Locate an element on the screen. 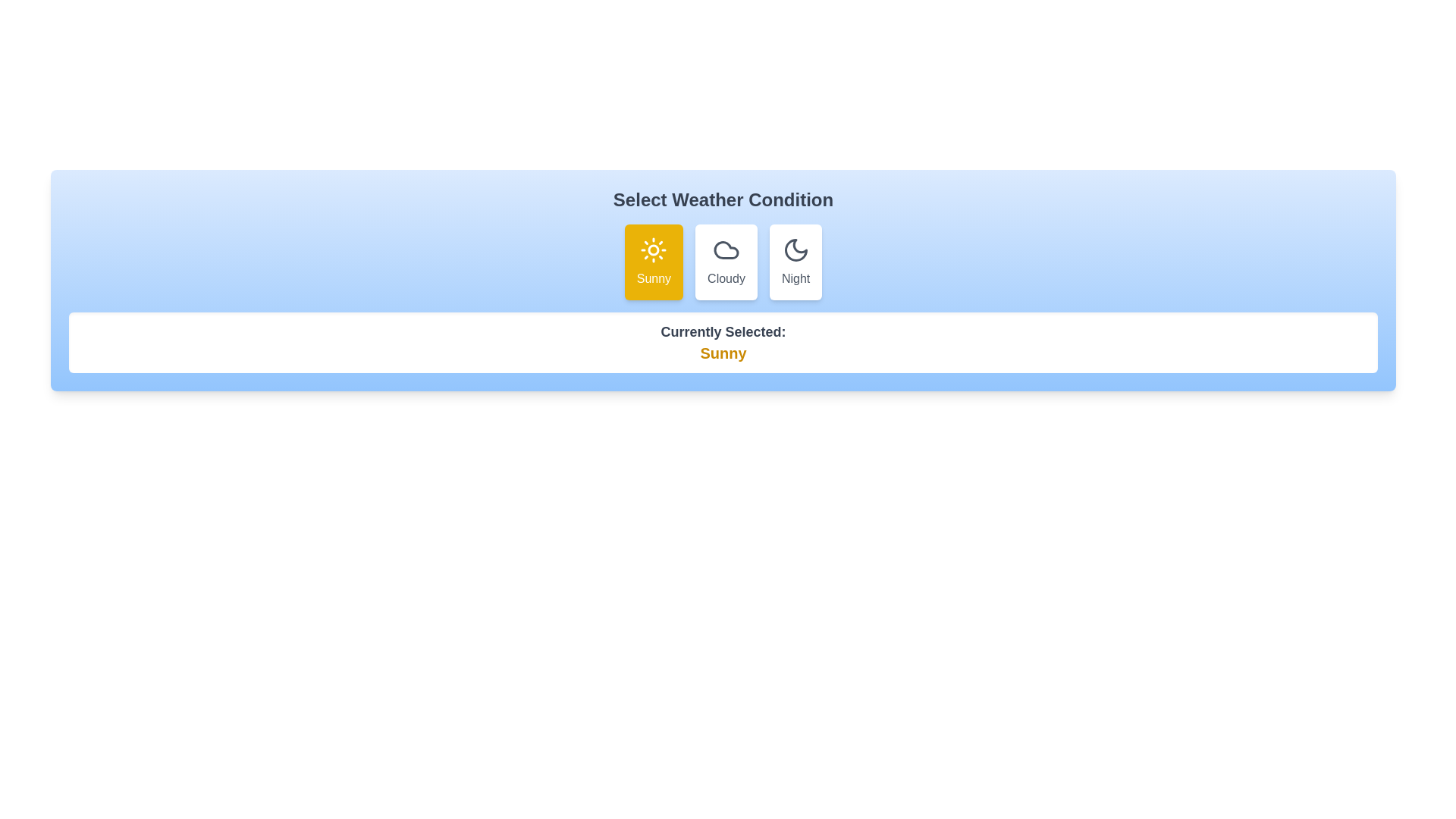 The image size is (1456, 819). the weather condition Night by clicking on the respective button is located at coordinates (795, 262).